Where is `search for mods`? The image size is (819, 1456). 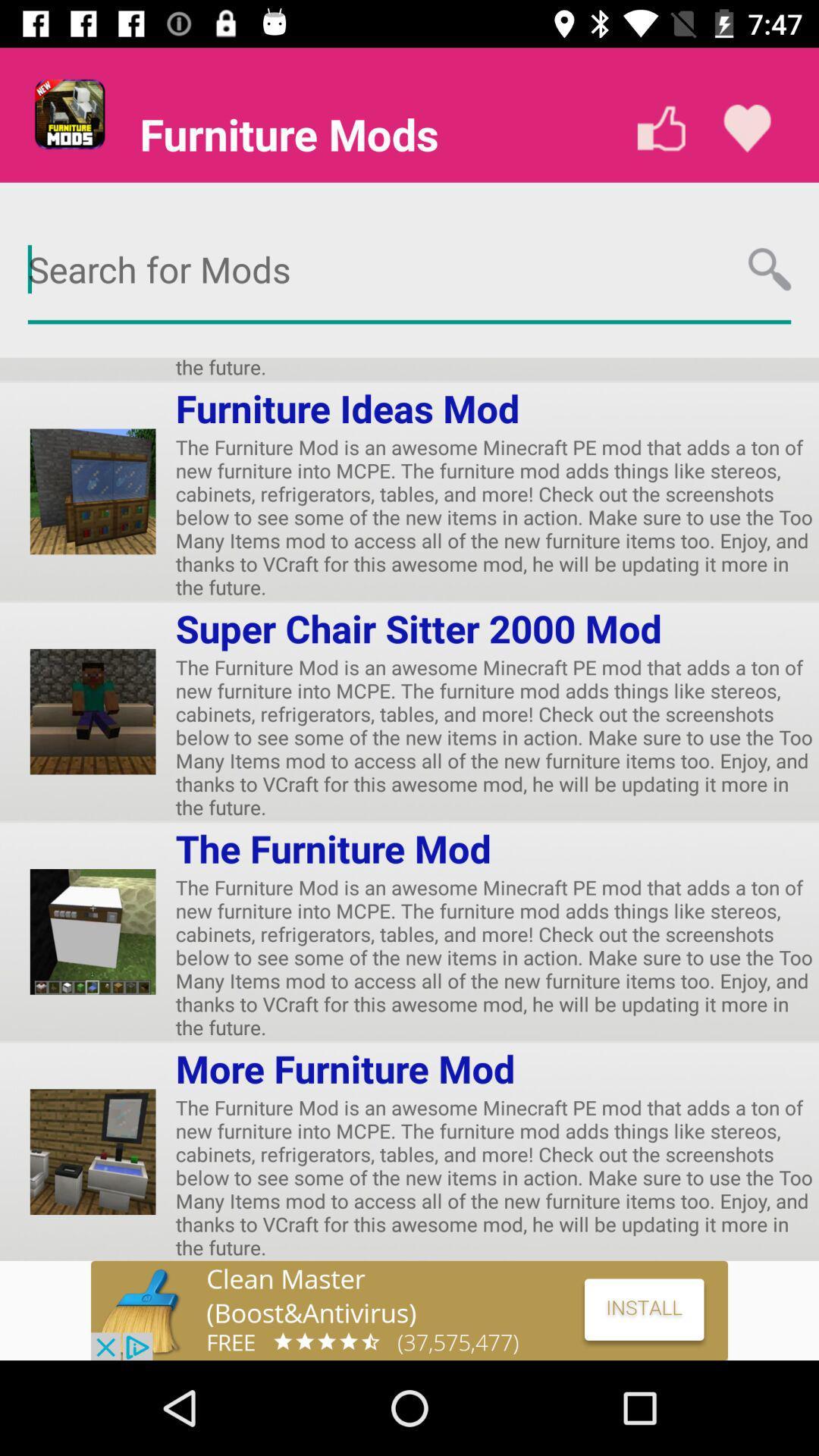
search for mods is located at coordinates (409, 270).